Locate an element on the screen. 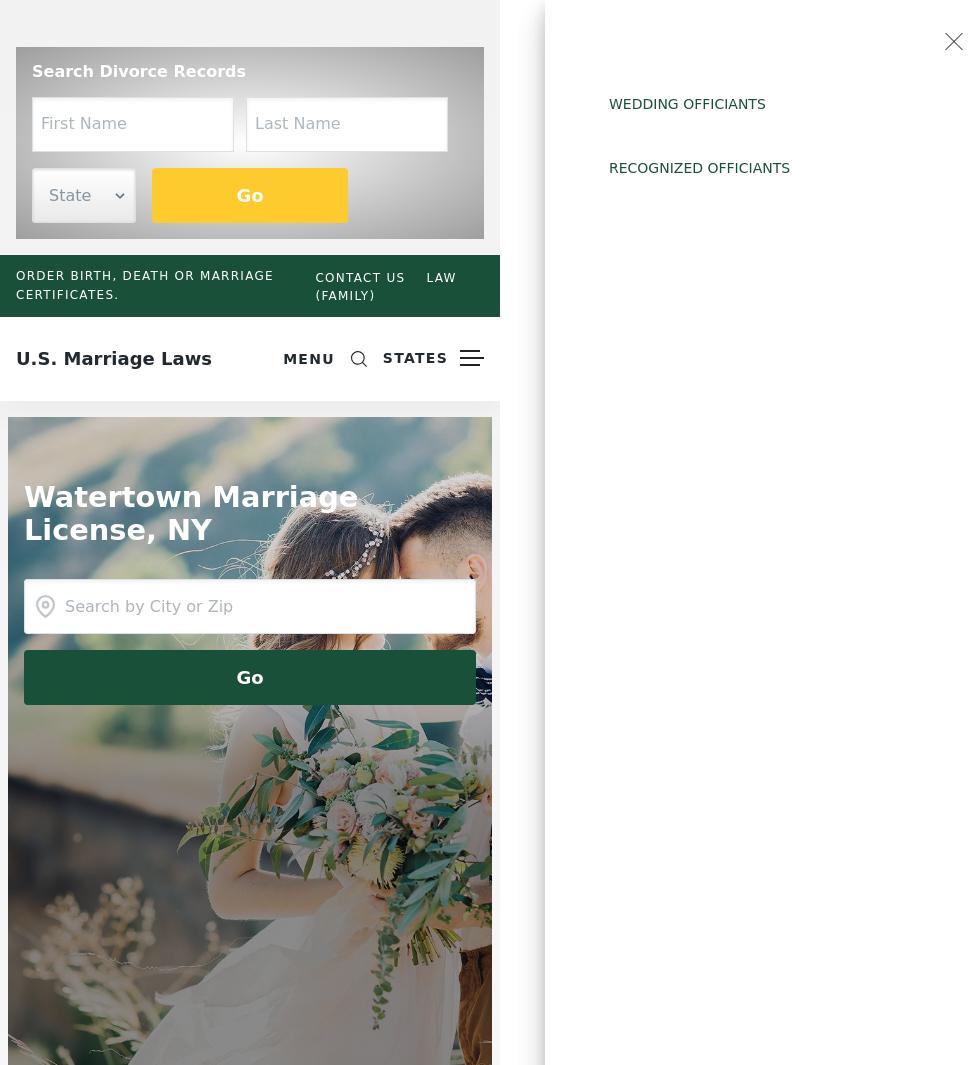 The width and height of the screenshot is (978, 1065). 'Maryland' is located at coordinates (648, 905).